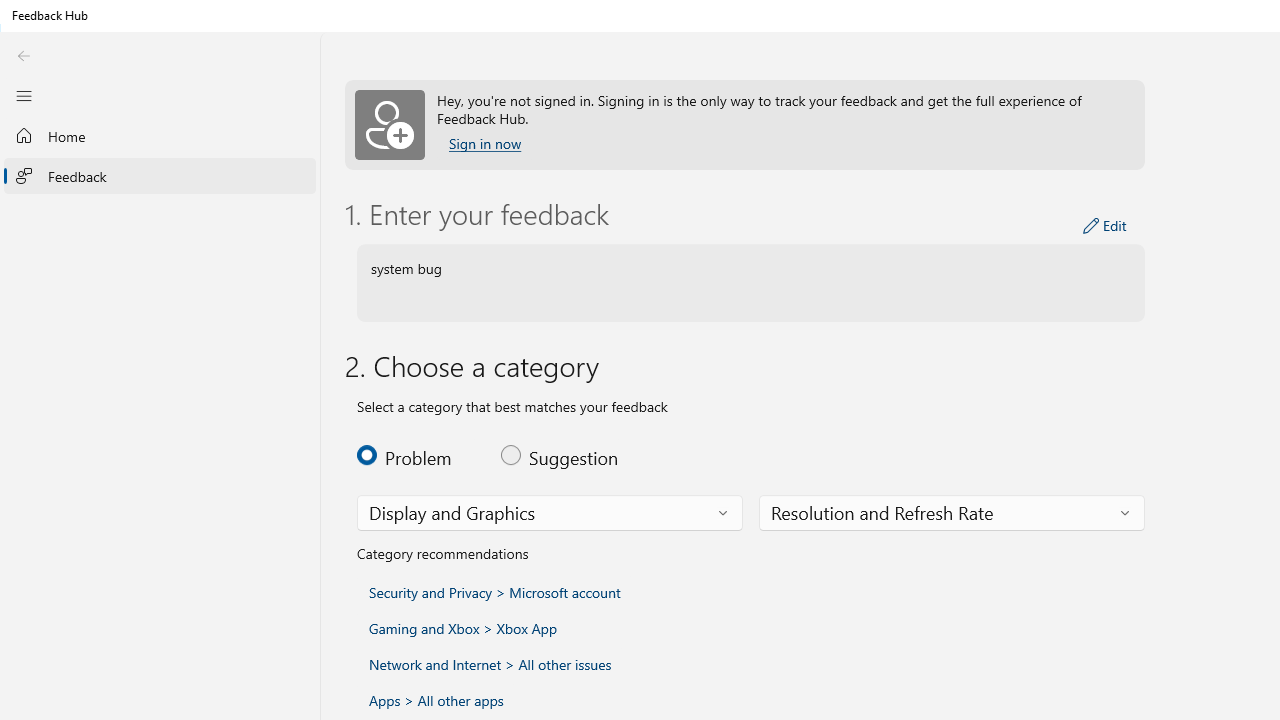 The width and height of the screenshot is (1280, 720). Describe the element at coordinates (560, 455) in the screenshot. I see `'Feedback type, Suggestion'` at that location.